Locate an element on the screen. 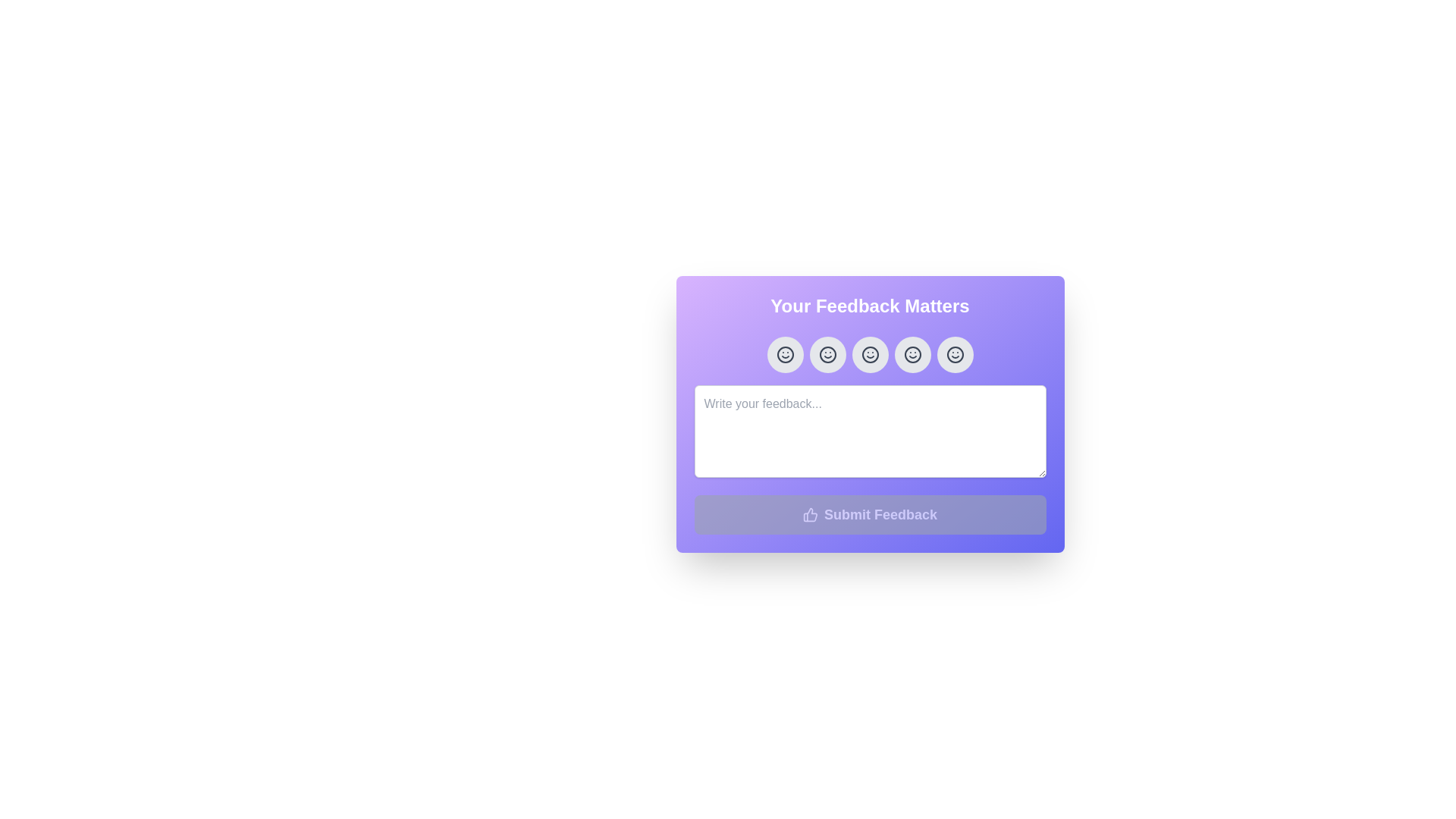  the second button from the left in the group of five sentiment buttons is located at coordinates (827, 354).